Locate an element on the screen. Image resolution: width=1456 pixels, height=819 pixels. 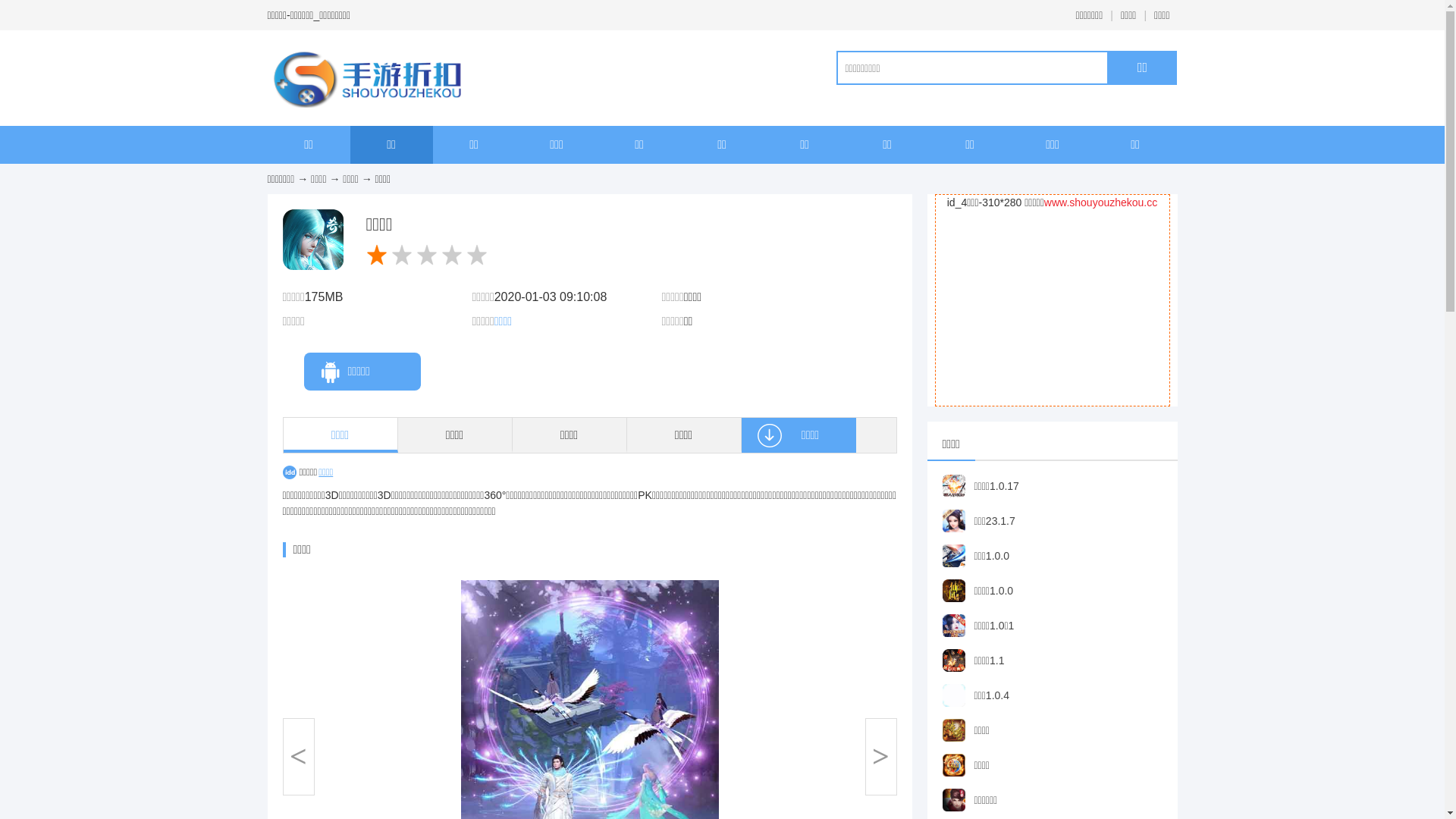
'www.shouyouzhekou.cc' is located at coordinates (1100, 201).